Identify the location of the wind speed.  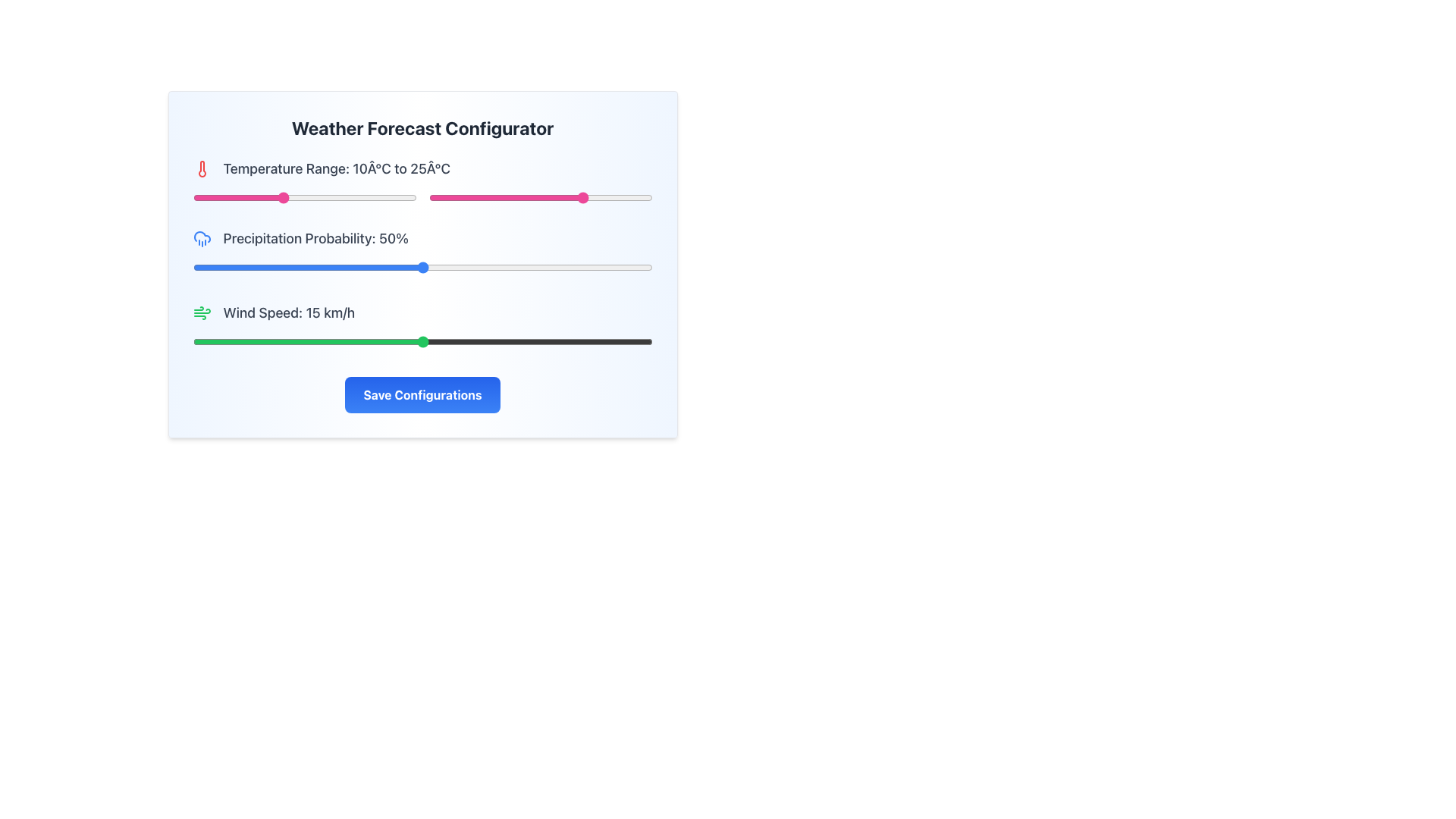
(437, 342).